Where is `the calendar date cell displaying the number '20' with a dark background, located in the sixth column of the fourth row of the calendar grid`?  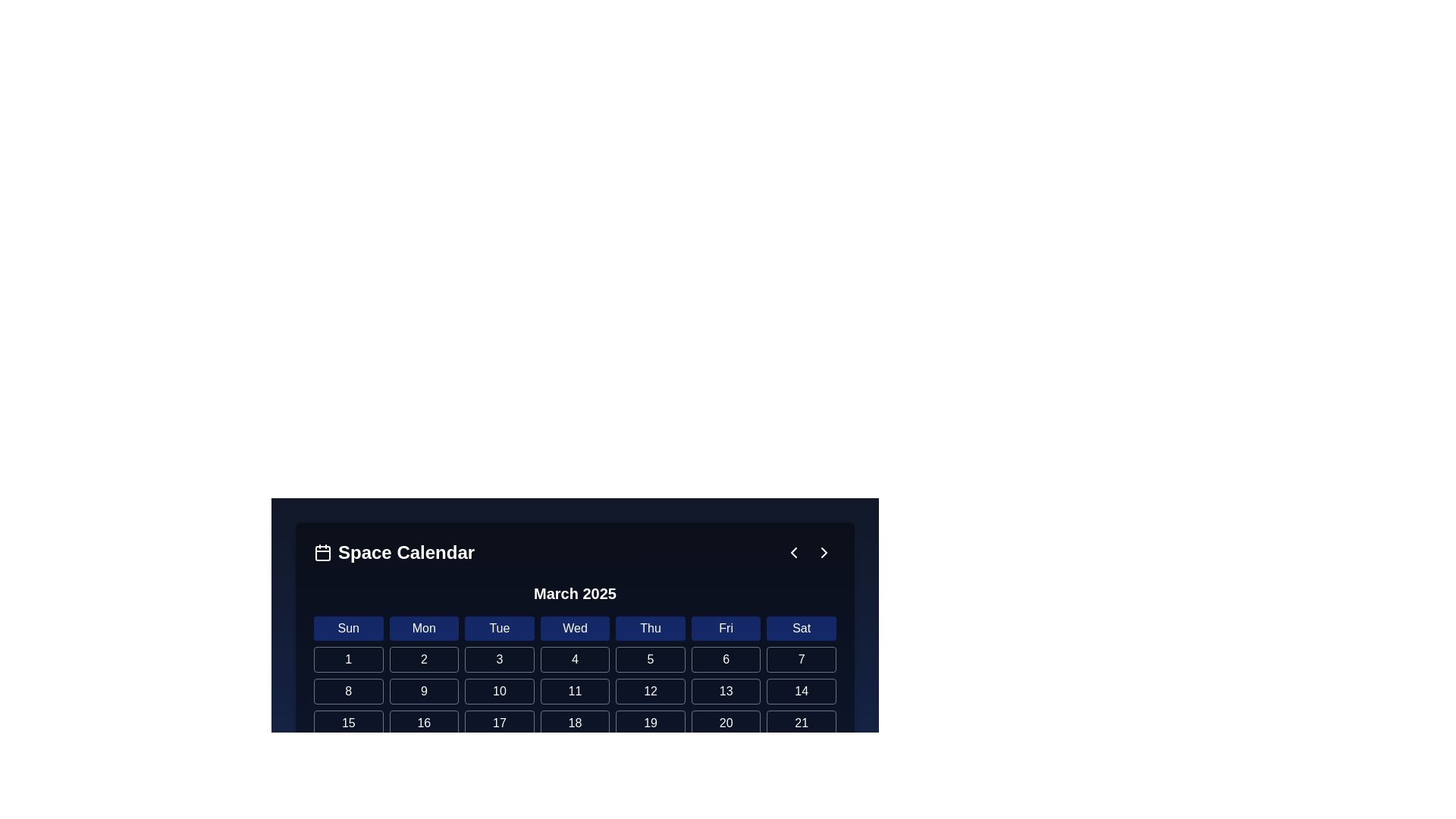 the calendar date cell displaying the number '20' with a dark background, located in the sixth column of the fourth row of the calendar grid is located at coordinates (725, 722).